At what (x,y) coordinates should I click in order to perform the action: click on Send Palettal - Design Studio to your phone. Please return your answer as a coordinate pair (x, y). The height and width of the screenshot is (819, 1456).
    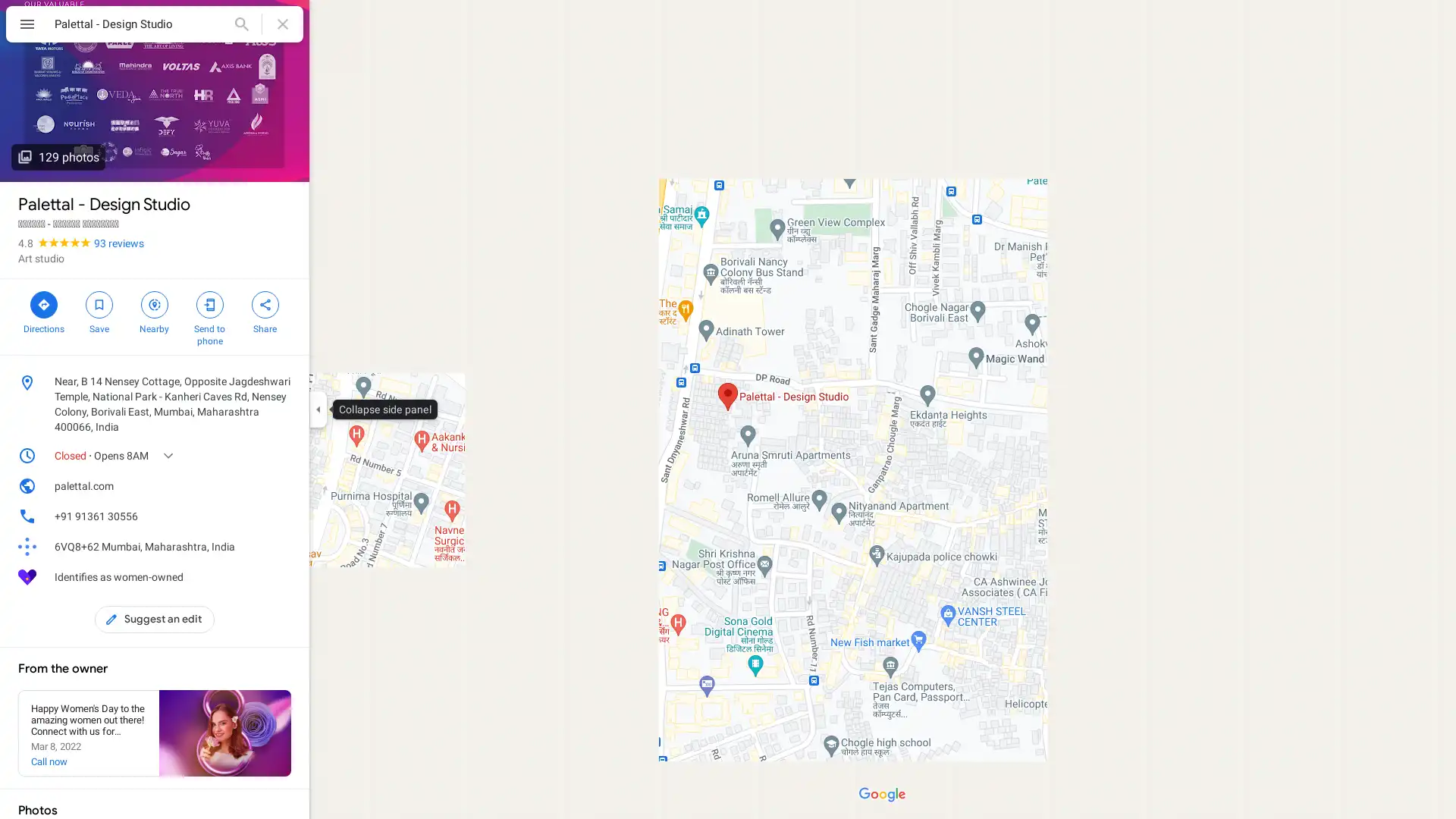
    Looking at the image, I should click on (209, 315).